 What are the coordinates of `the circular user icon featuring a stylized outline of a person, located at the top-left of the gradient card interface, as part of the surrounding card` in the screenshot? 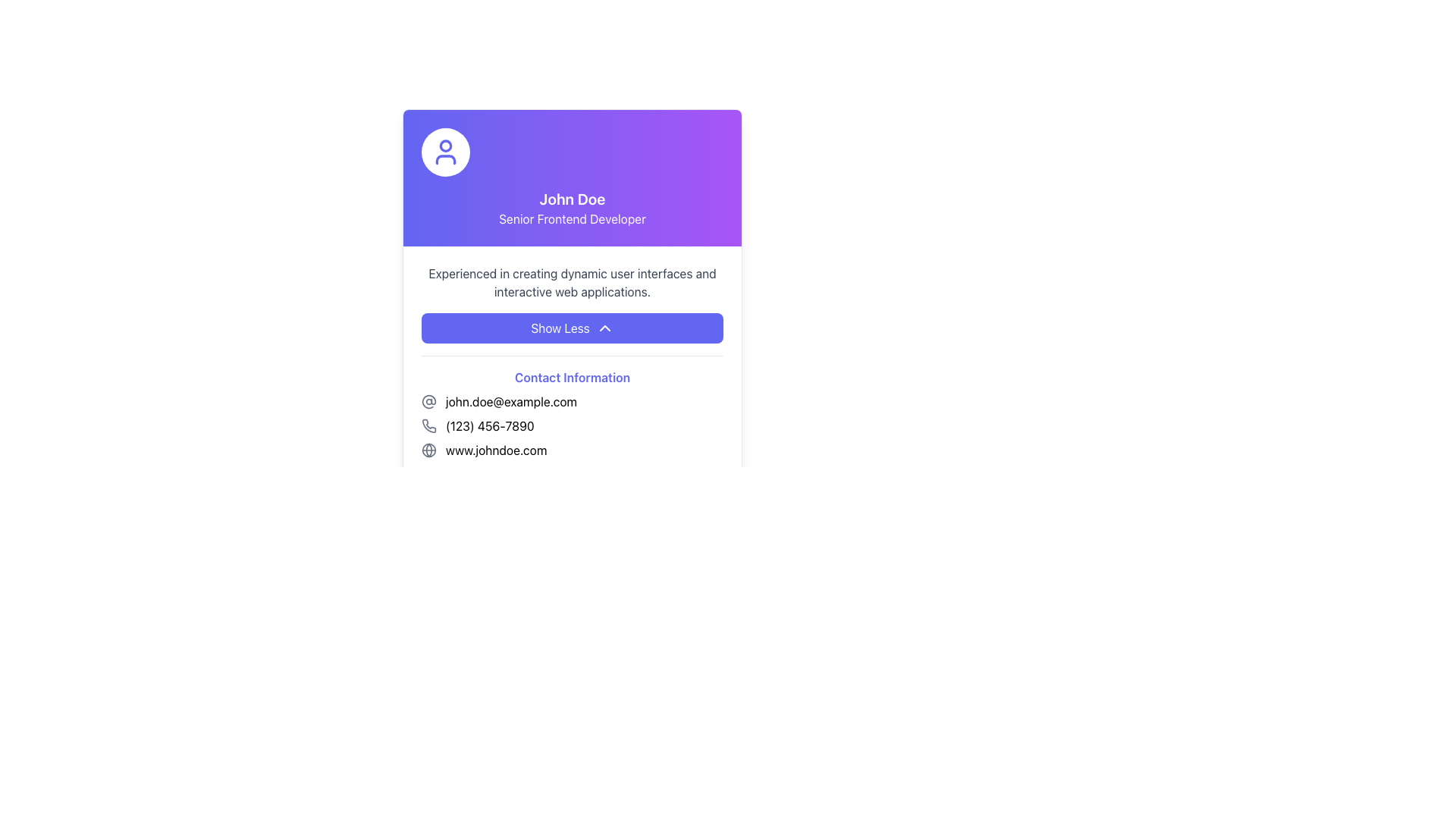 It's located at (445, 152).